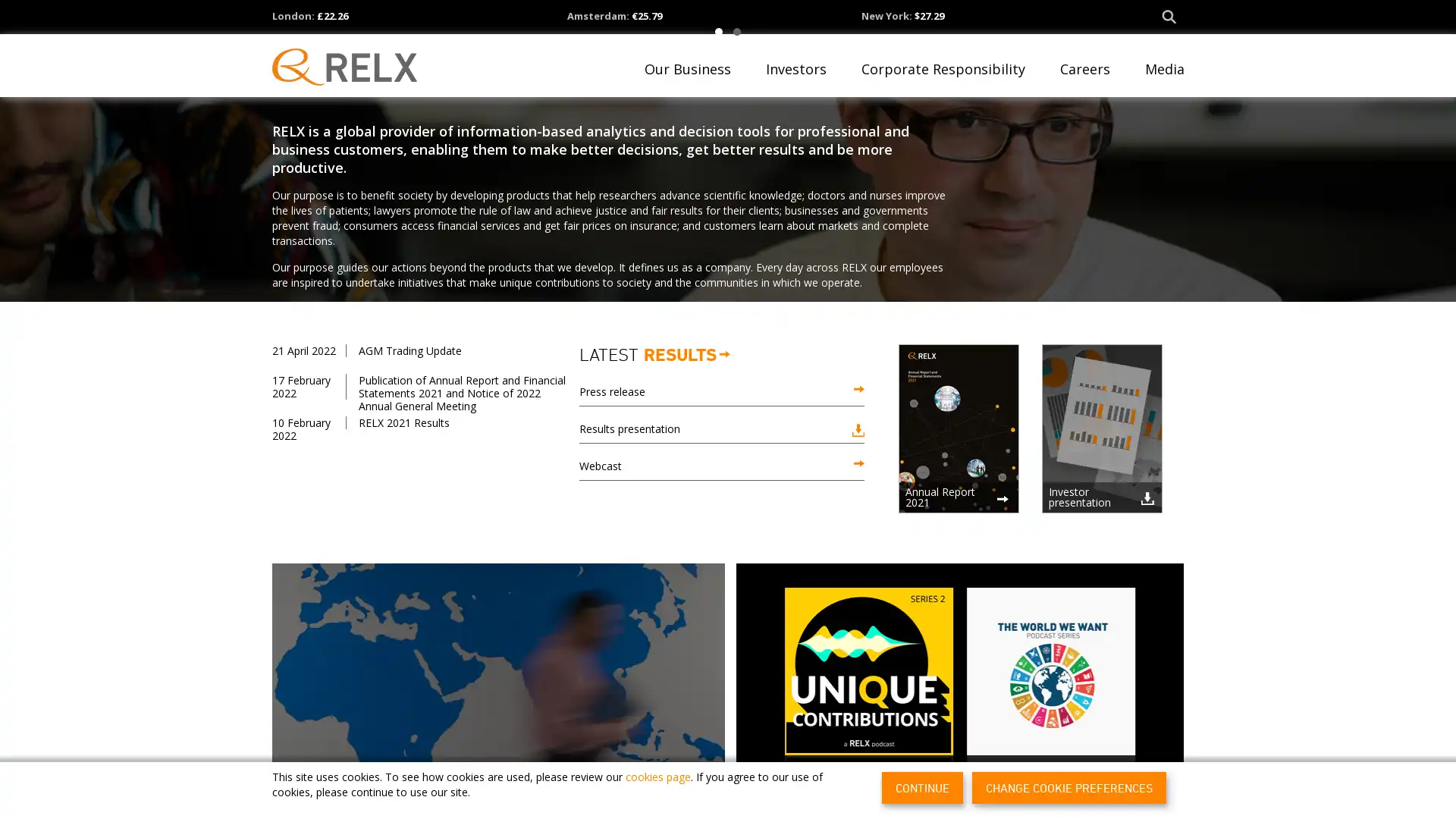 This screenshot has width=1456, height=819. I want to click on CHANGE COOKIE PREFERENCES, so click(1075, 786).